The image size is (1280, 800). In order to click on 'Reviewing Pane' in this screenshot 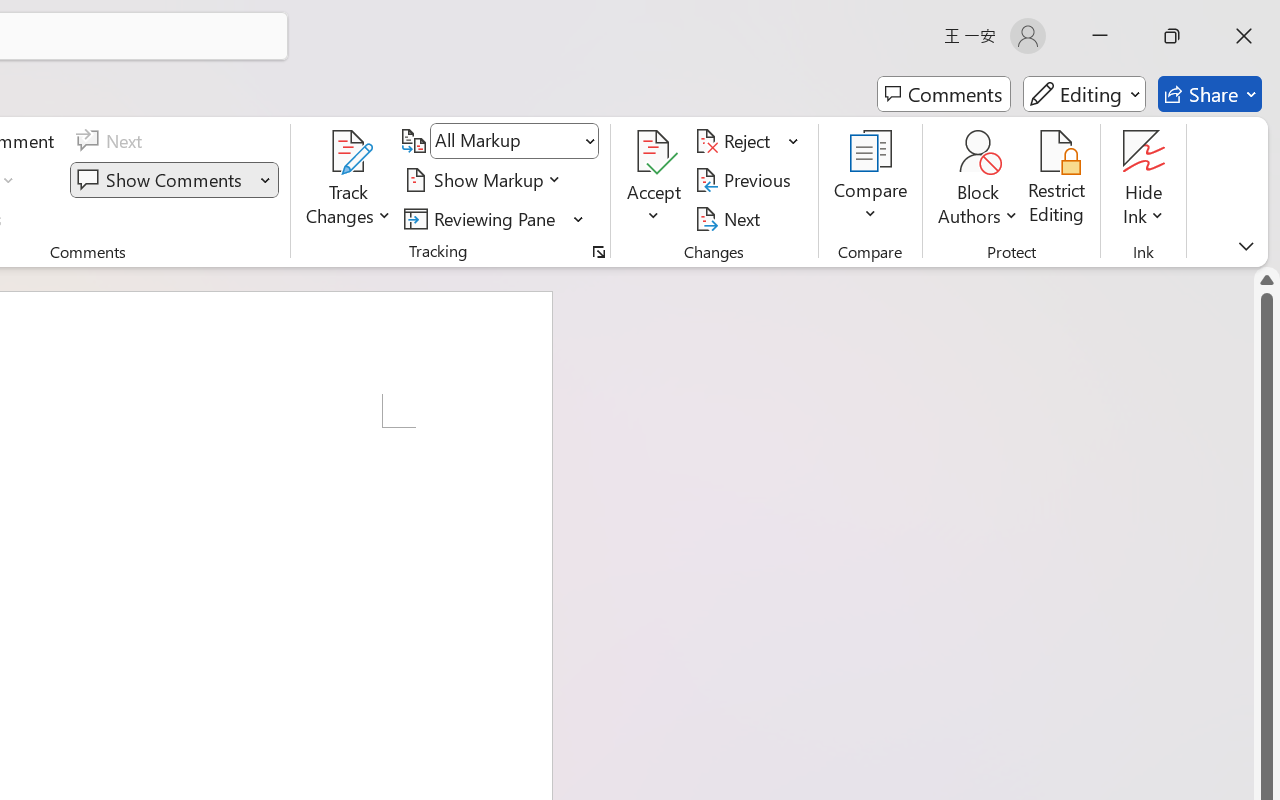, I will do `click(483, 218)`.